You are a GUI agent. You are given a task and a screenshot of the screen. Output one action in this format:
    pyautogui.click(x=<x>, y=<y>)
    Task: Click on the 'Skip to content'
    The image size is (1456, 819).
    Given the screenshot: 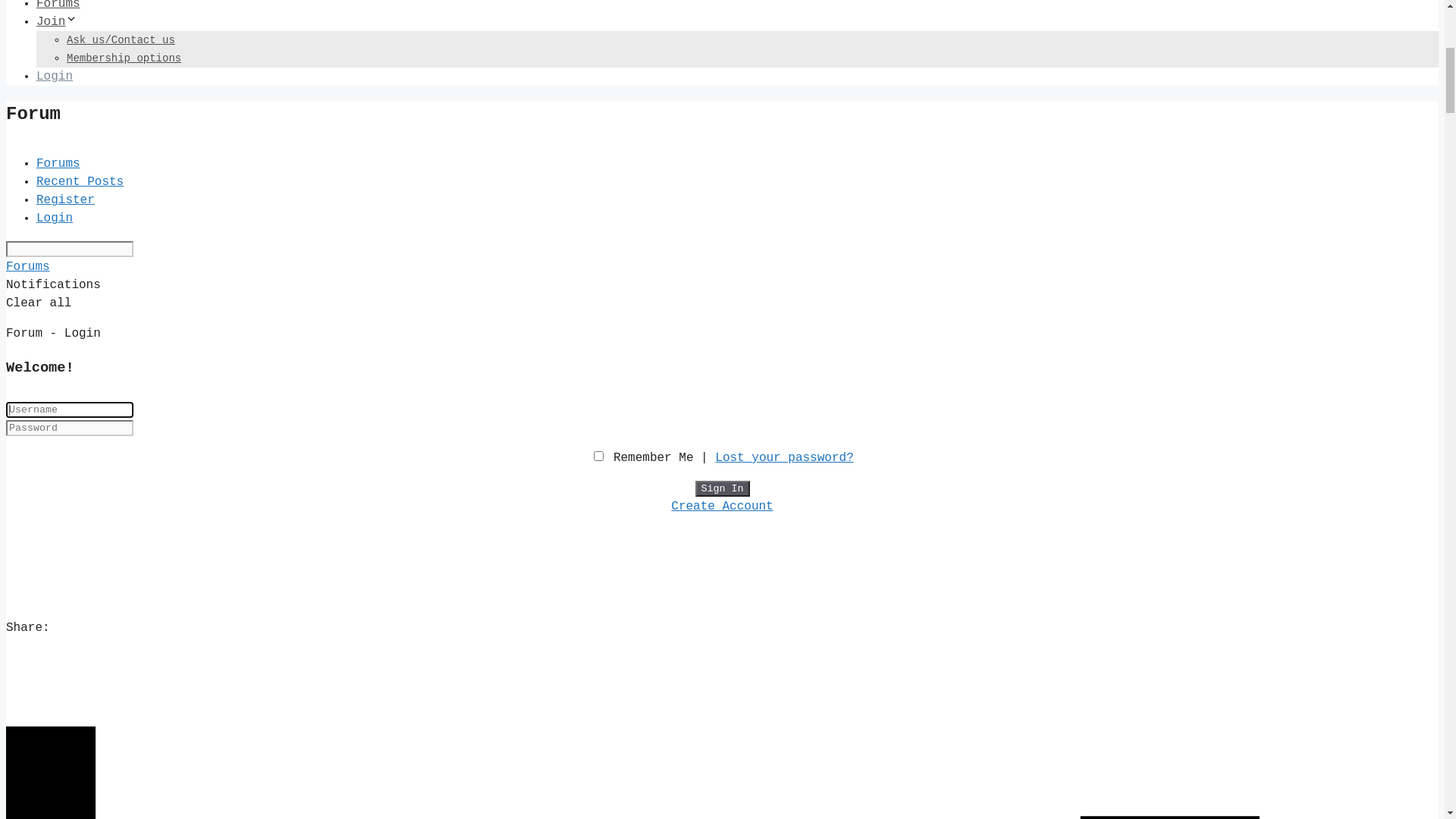 What is the action you would take?
    pyautogui.click(x=61, y=14)
    